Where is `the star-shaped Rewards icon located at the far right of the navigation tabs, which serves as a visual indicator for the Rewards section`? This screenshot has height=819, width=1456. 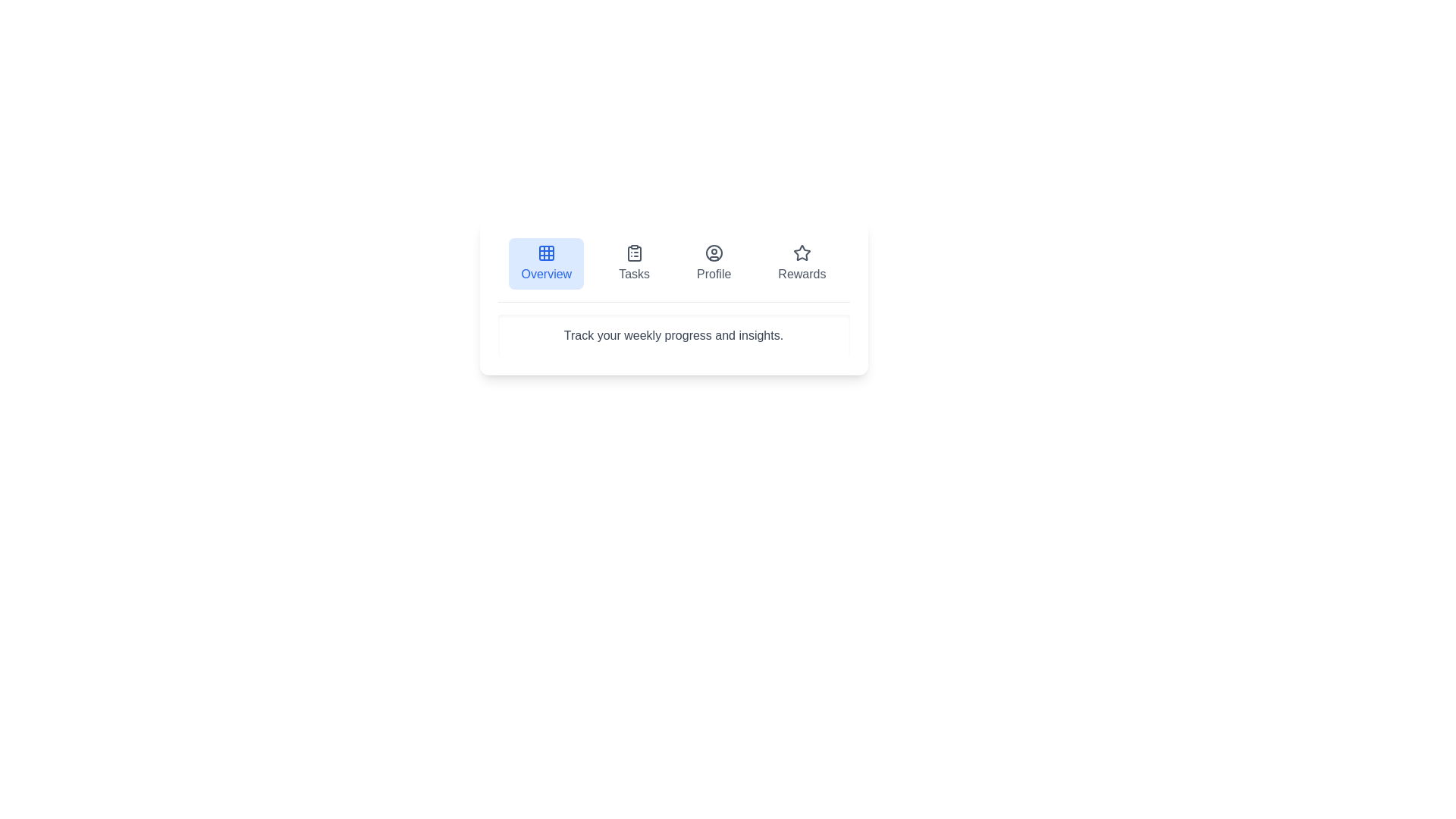
the star-shaped Rewards icon located at the far right of the navigation tabs, which serves as a visual indicator for the Rewards section is located at coordinates (801, 252).